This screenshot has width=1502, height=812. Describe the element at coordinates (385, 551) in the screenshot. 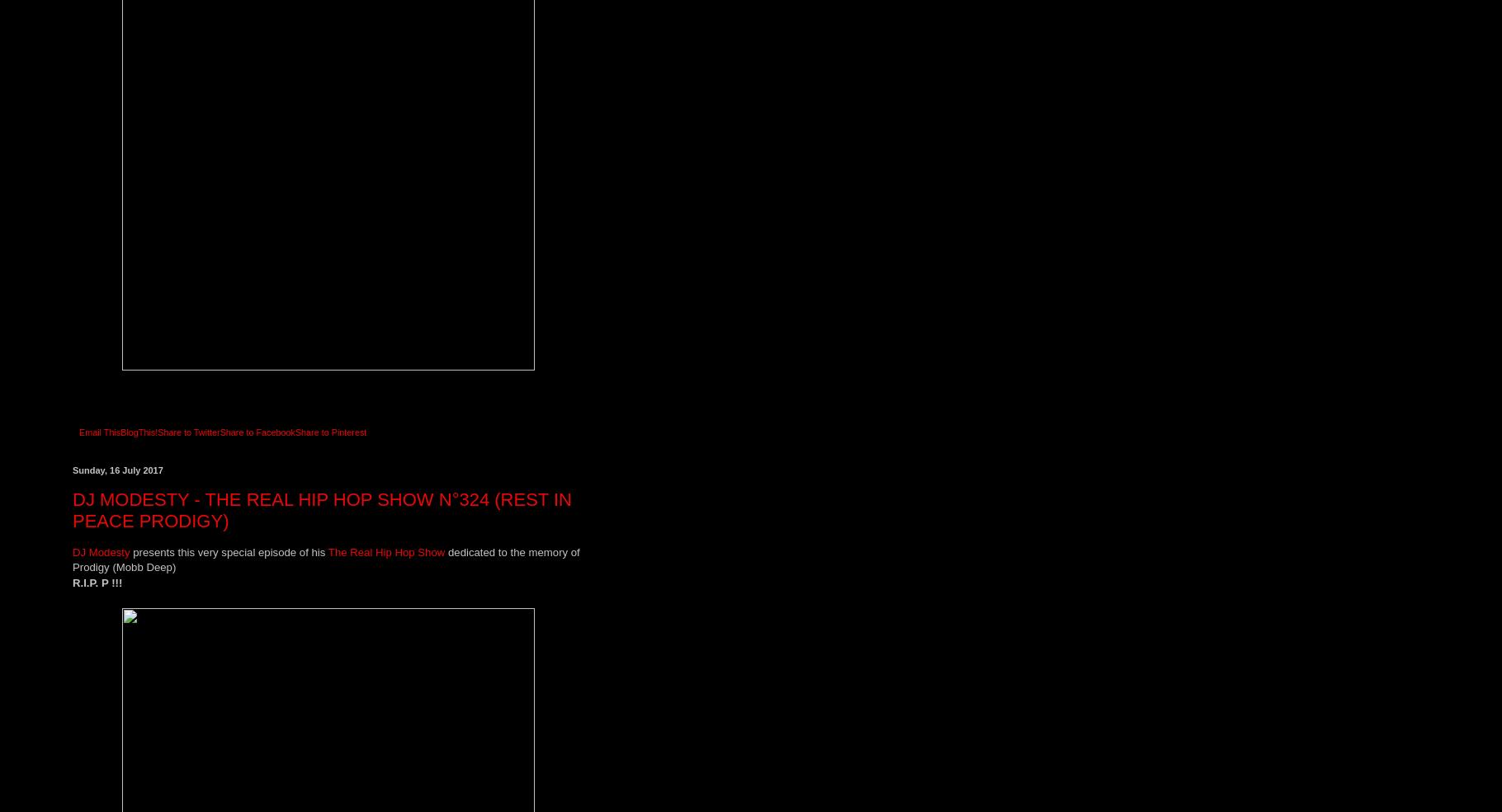

I see `'The Real Hip Hop Show'` at that location.